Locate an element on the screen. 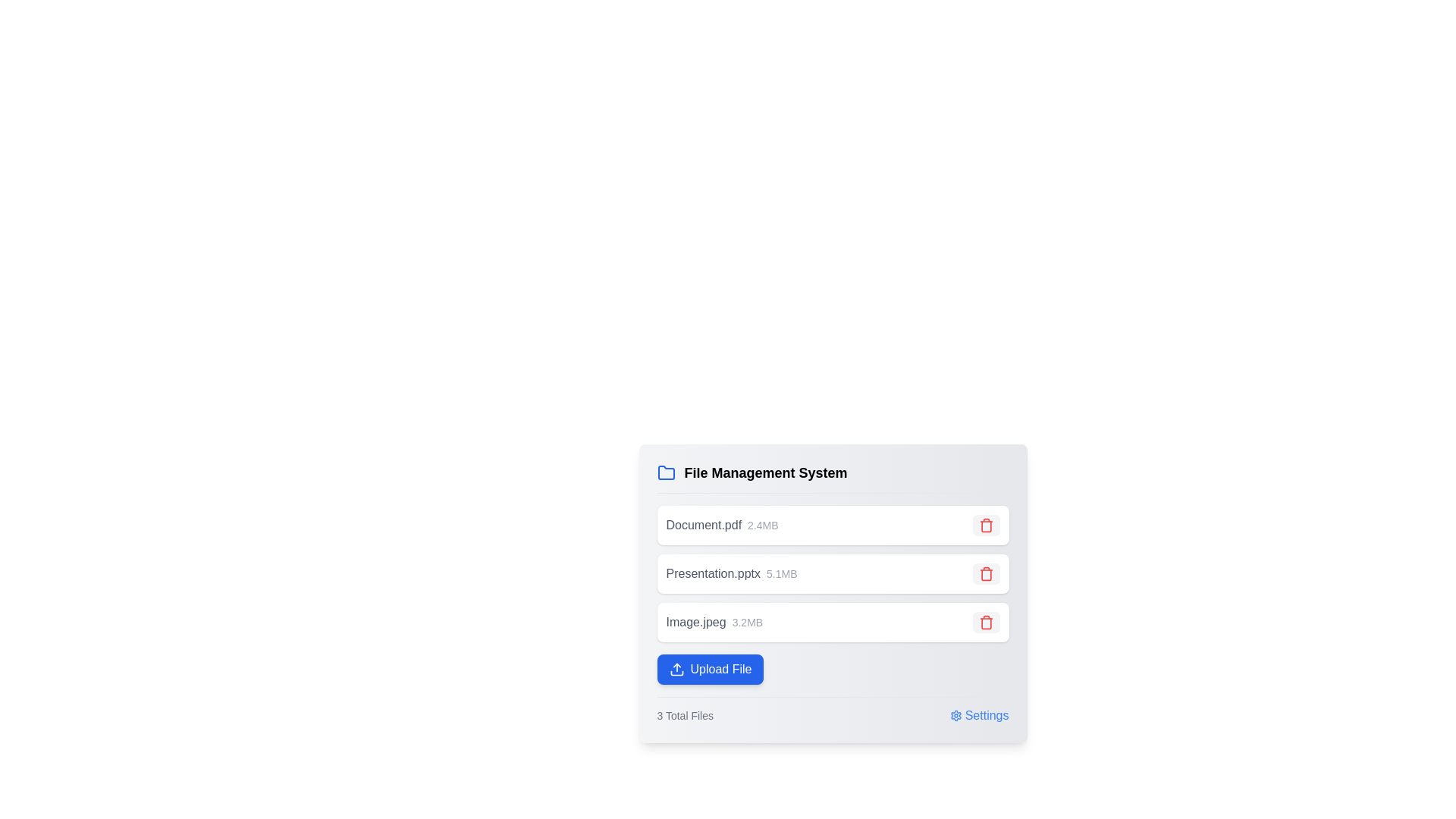 Image resolution: width=1456 pixels, height=819 pixels. the 'Settings' text label to observe the hover effect, which changes the text color to a deeper blue is located at coordinates (987, 716).